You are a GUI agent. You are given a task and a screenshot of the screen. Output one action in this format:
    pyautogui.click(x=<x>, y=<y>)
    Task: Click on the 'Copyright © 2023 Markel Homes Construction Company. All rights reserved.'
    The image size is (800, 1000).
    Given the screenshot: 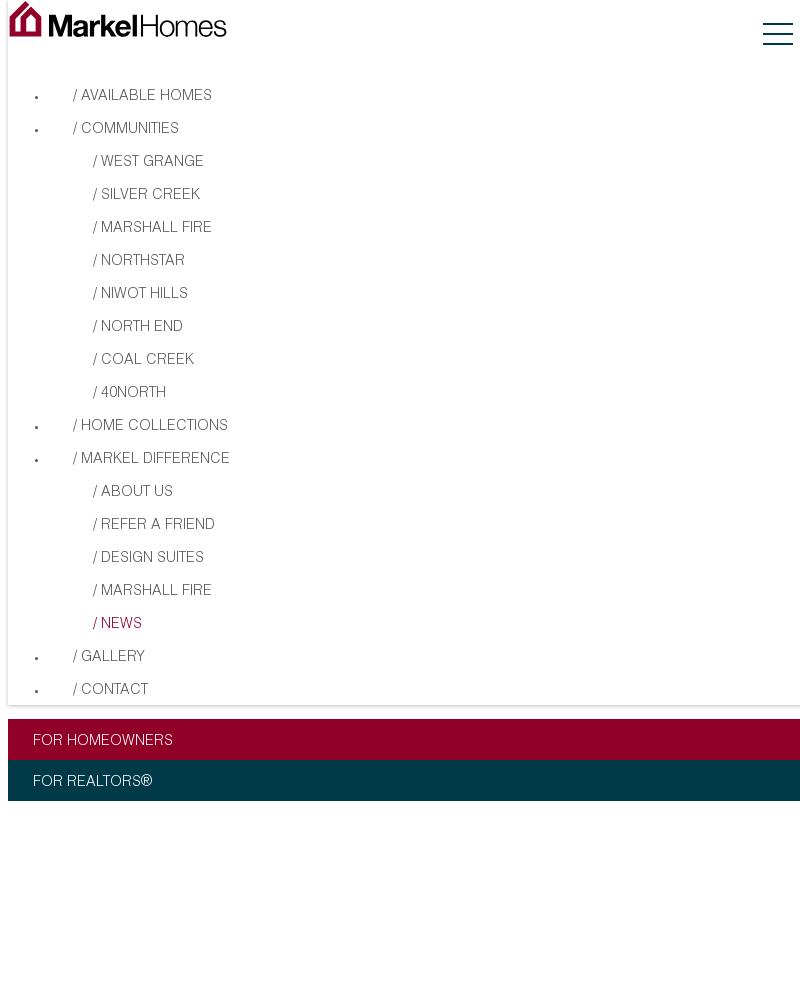 What is the action you would take?
    pyautogui.click(x=400, y=465)
    